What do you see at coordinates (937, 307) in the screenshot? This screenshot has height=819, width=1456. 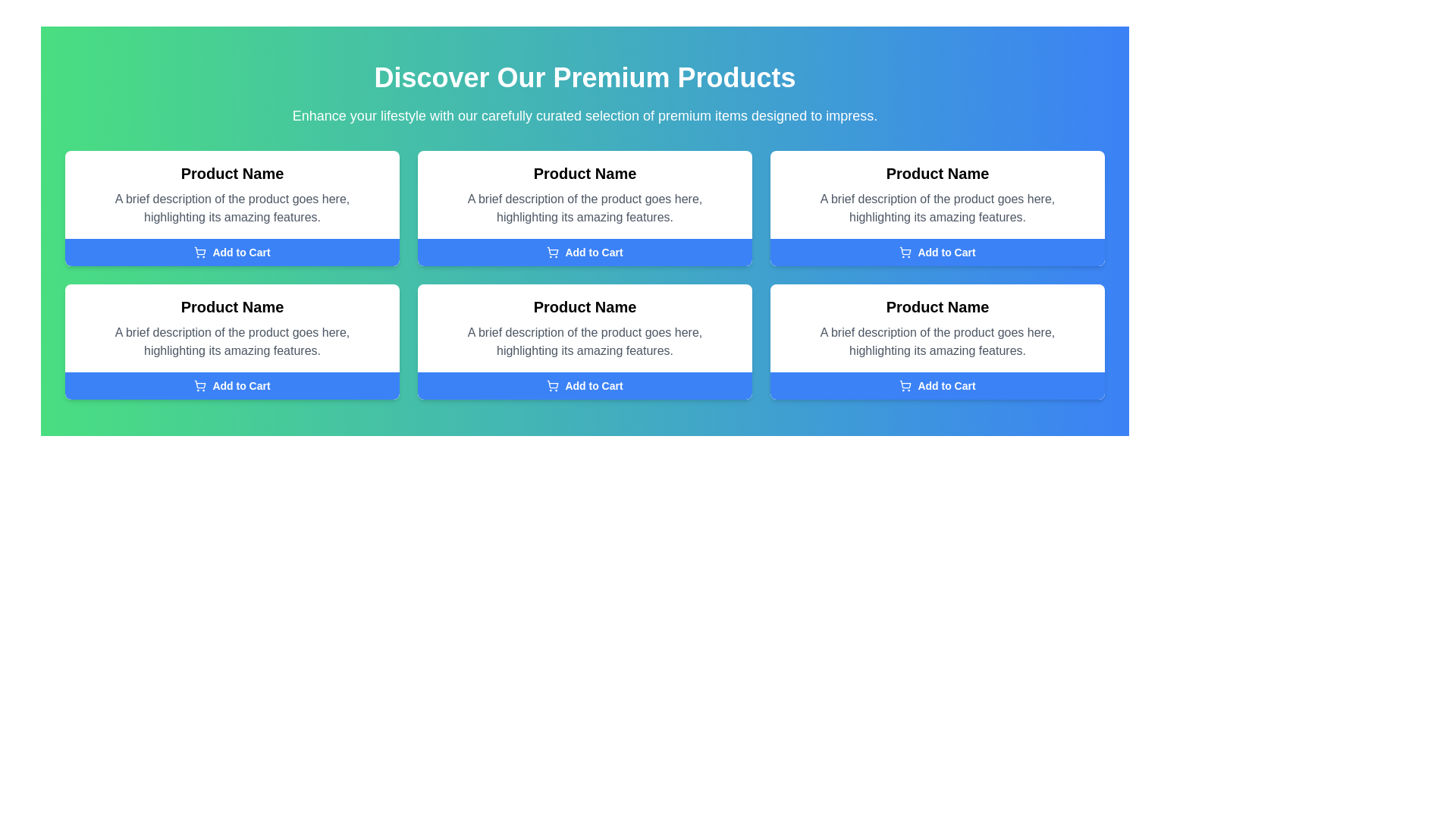 I see `the bold text block that reads 'Product Name', located at the top of the bottom-right card in a grid layout of six cards` at bounding box center [937, 307].